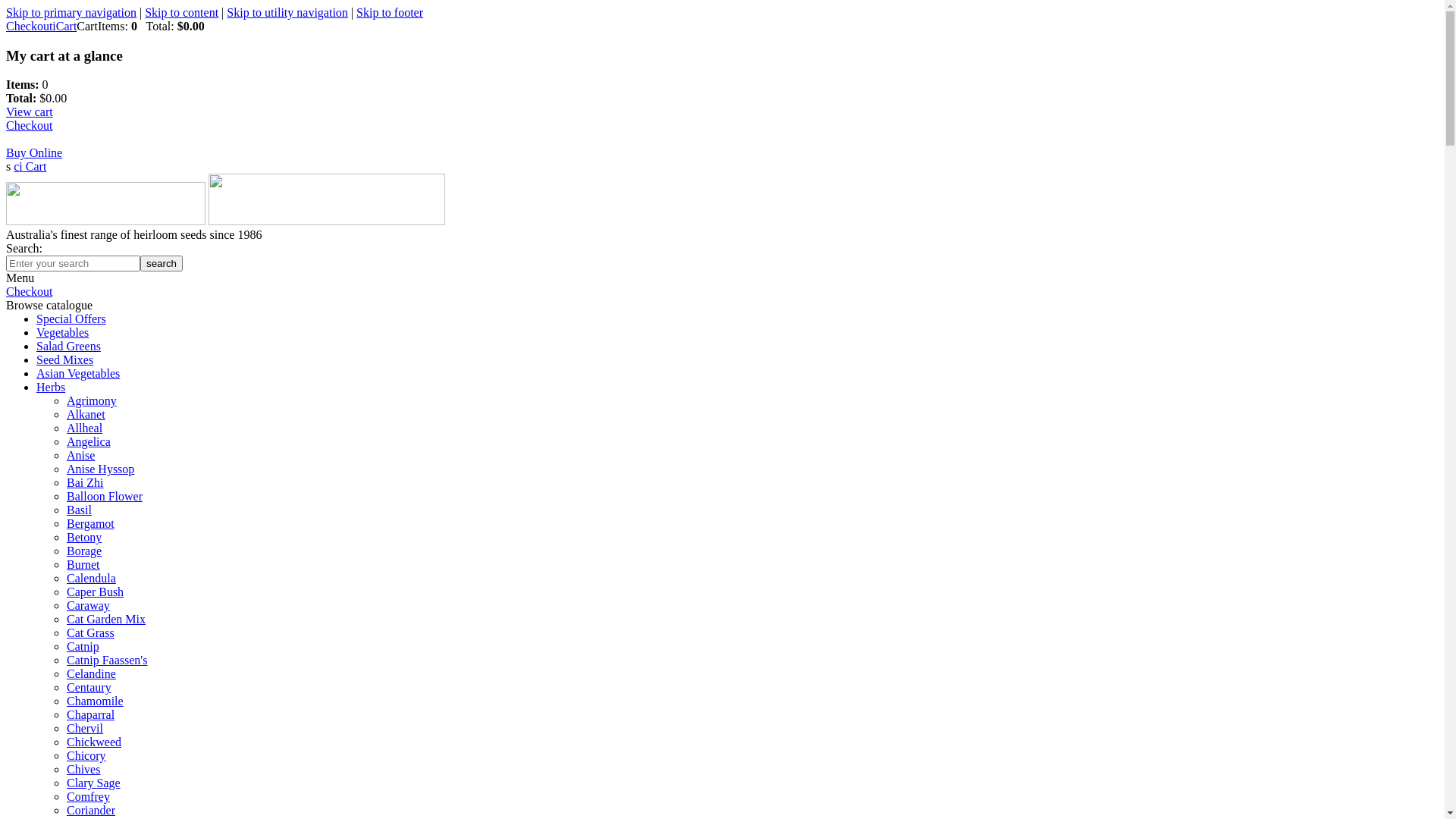 Image resolution: width=1456 pixels, height=819 pixels. I want to click on 'Skip to primary navigation', so click(71, 12).